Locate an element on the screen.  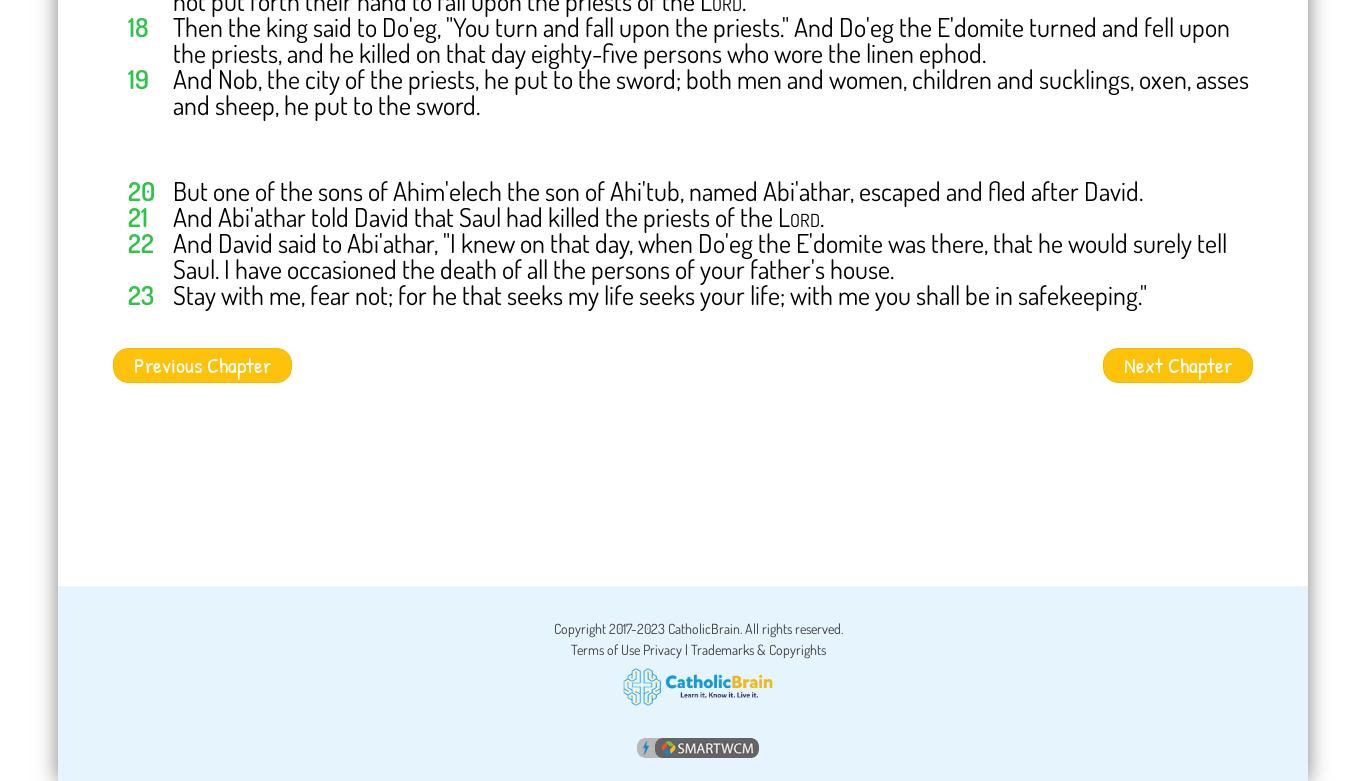
'Trademarks & Copyrights' is located at coordinates (757, 648).